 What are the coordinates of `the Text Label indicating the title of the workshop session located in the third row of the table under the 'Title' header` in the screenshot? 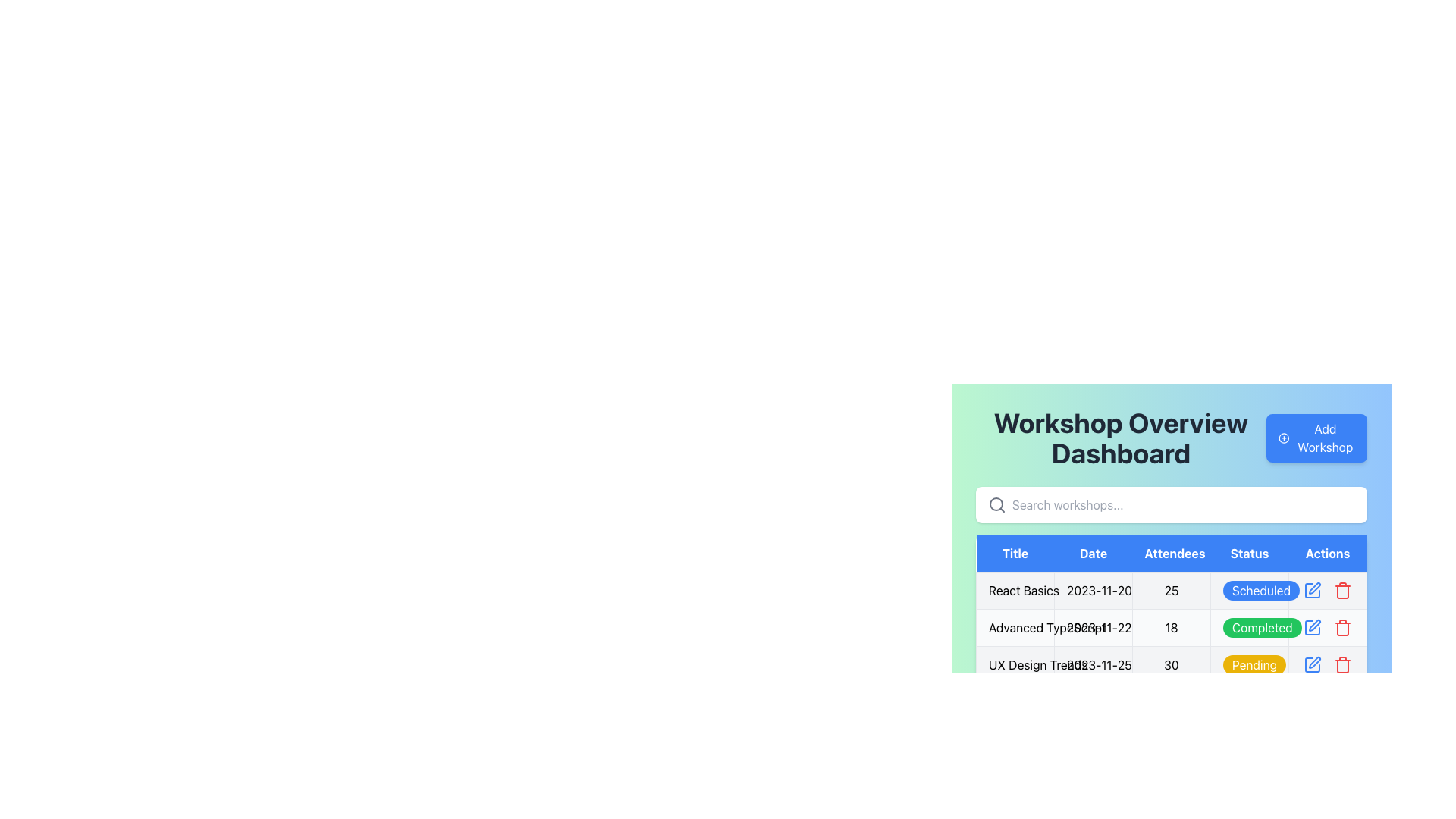 It's located at (1015, 664).